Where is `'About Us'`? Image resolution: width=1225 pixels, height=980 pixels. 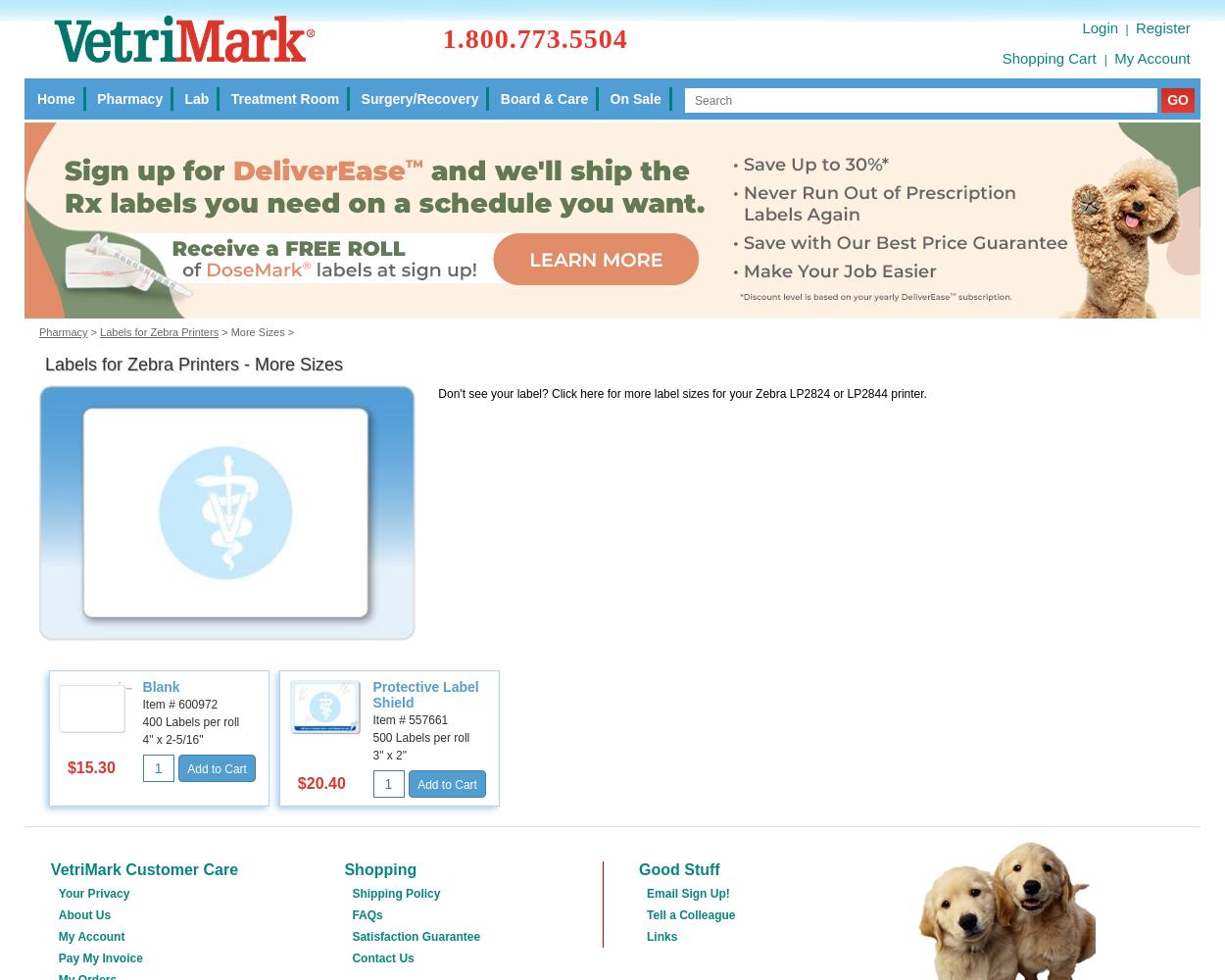
'About Us' is located at coordinates (83, 915).